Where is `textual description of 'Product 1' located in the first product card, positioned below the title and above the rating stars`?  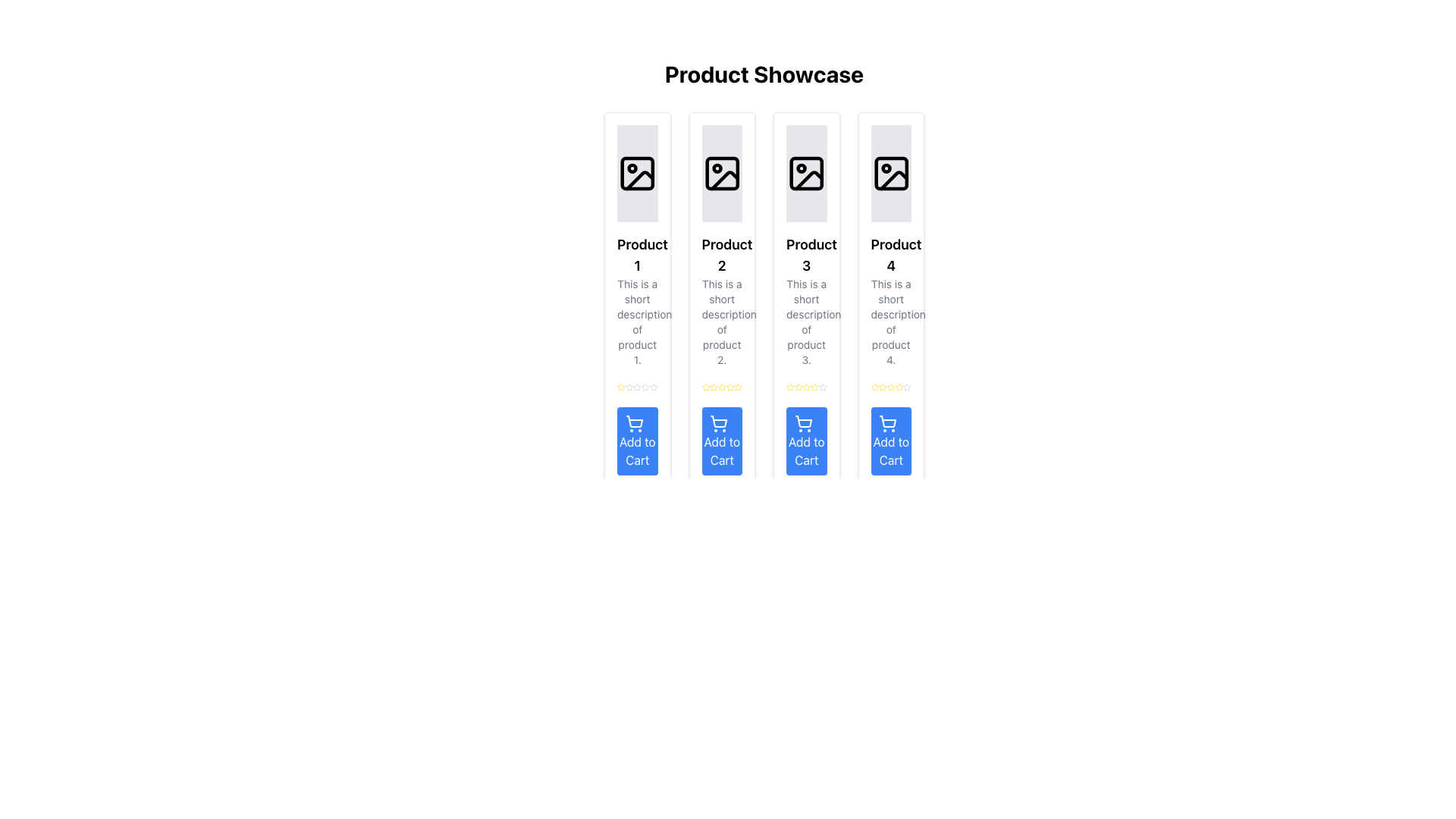
textual description of 'Product 1' located in the first product card, positioned below the title and above the rating stars is located at coordinates (637, 321).